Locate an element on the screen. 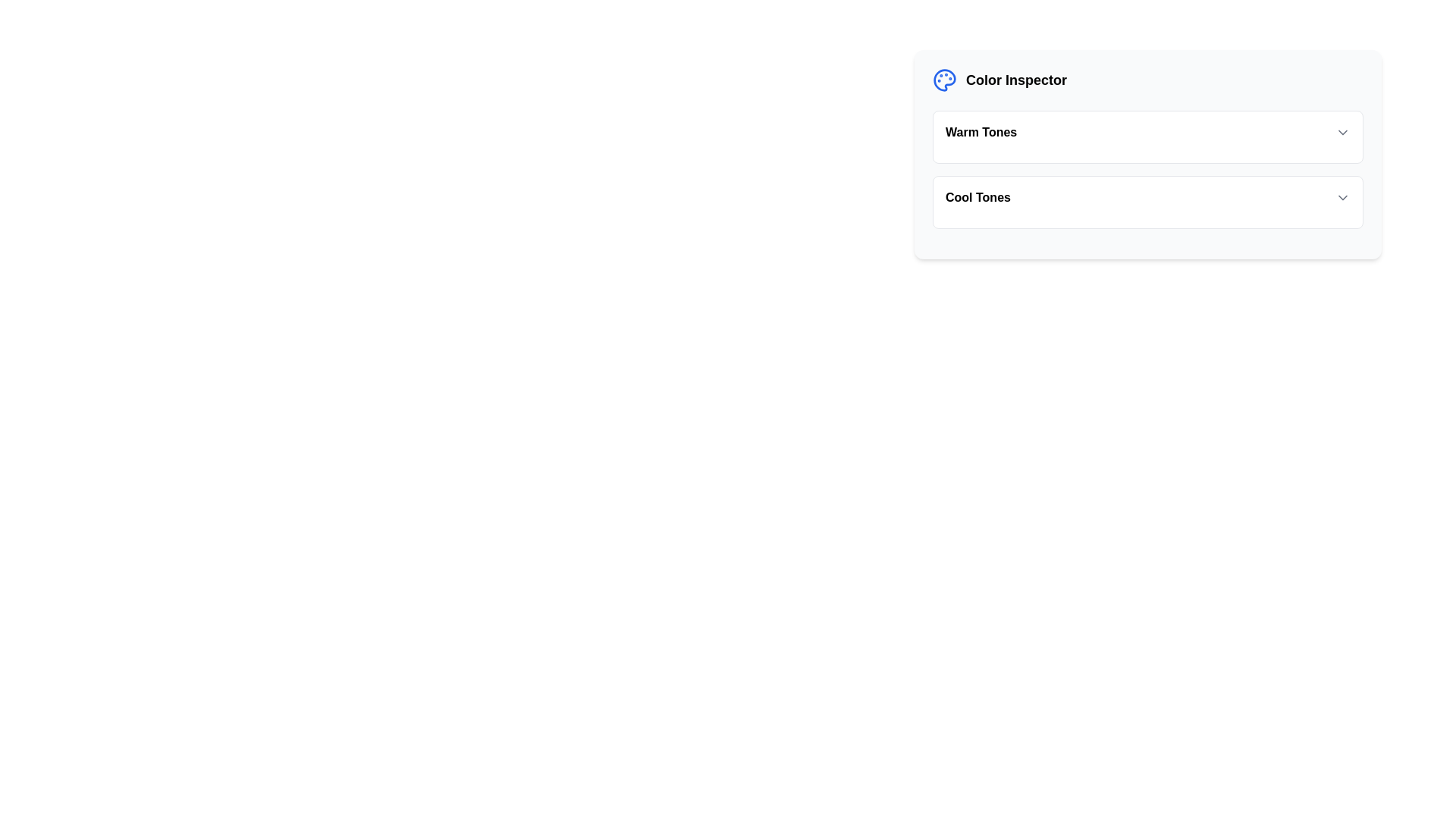  the 'Warm Tones' dropdown menu to enable keyboard interaction is located at coordinates (1147, 137).